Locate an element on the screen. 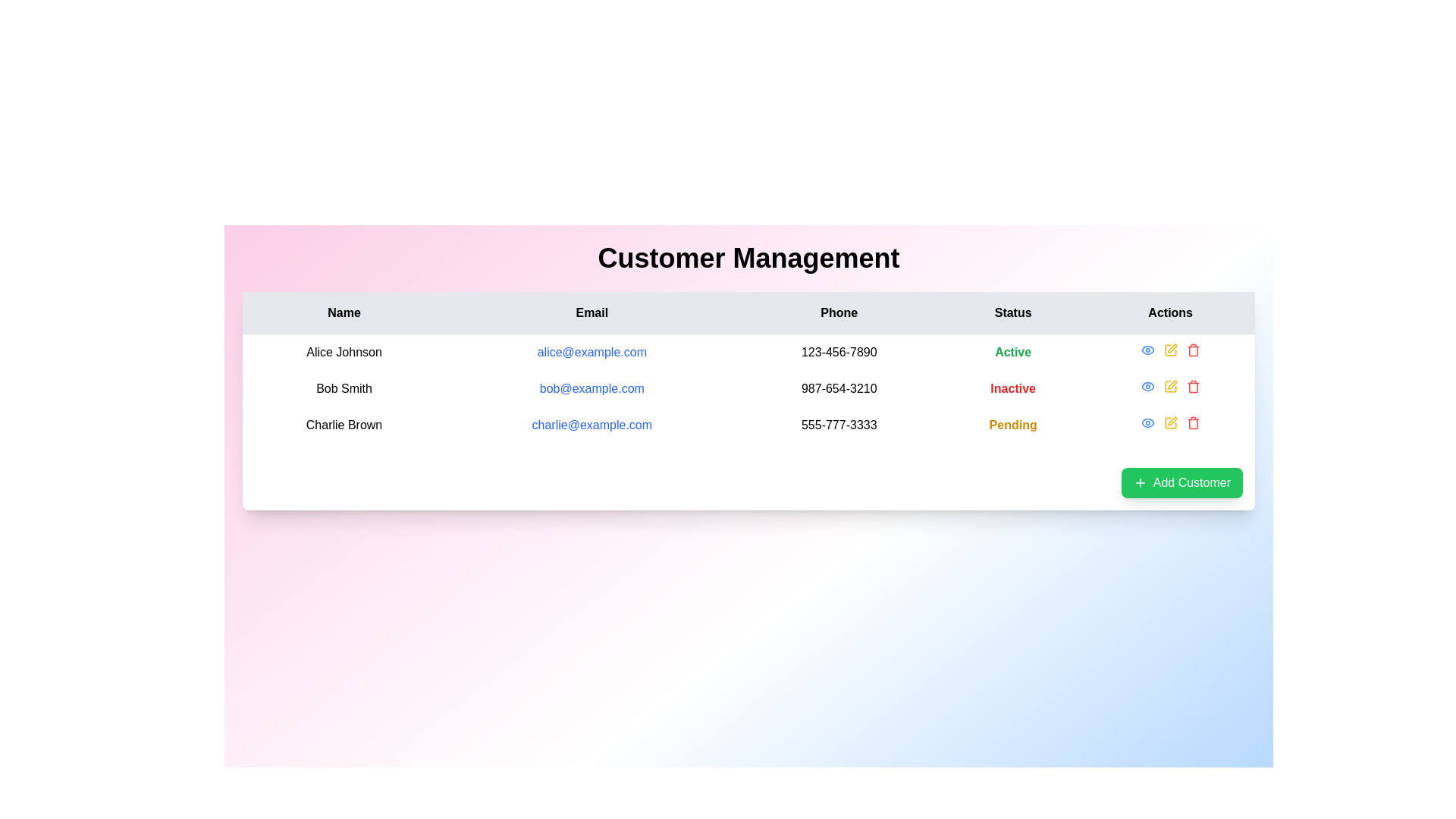  text content of the status label indicating that 'Alice Johnson' is active, located in the 'Status' column of the row for 'Alice Johnson' is located at coordinates (1013, 353).